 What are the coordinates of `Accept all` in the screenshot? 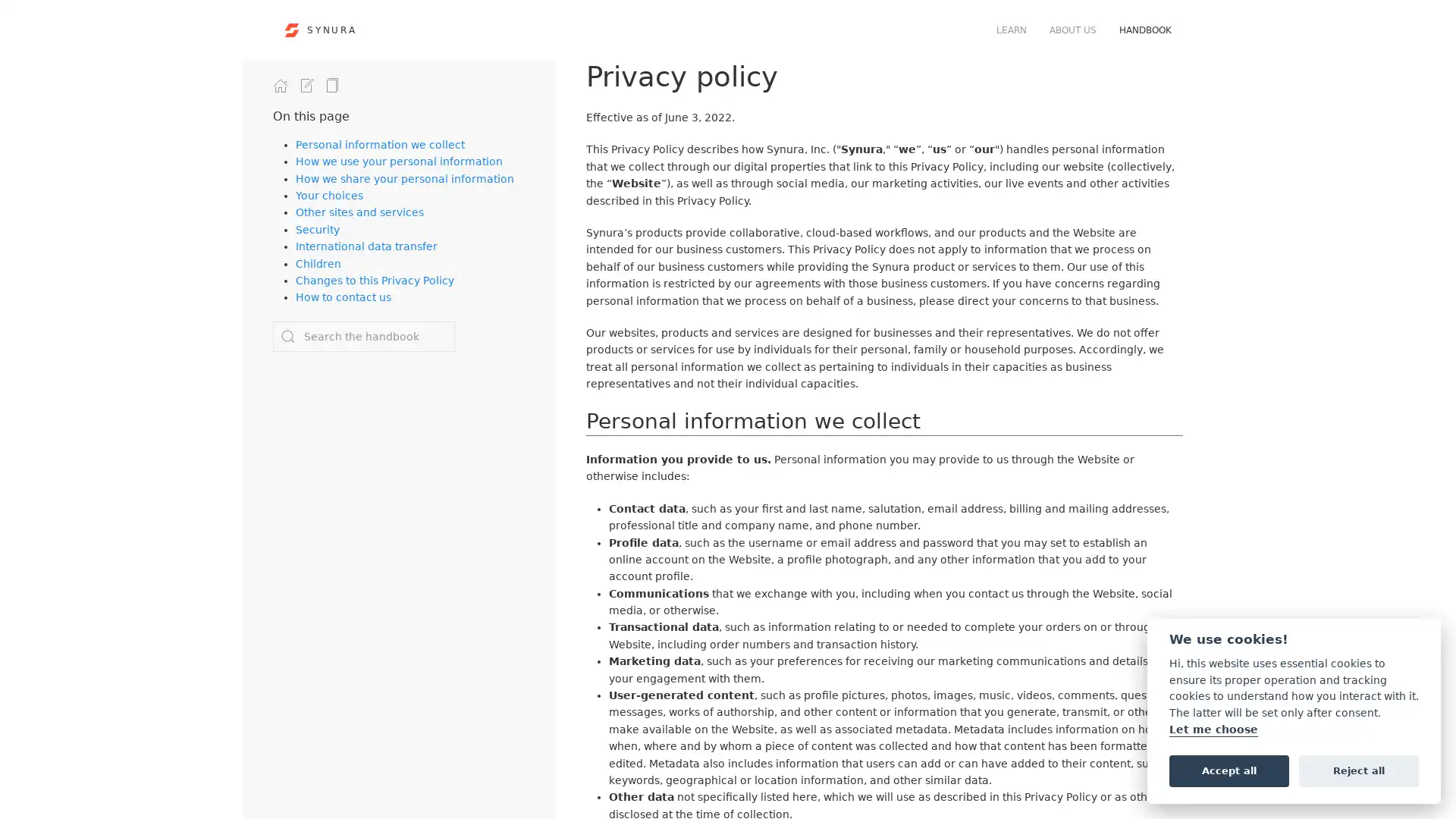 It's located at (1228, 770).